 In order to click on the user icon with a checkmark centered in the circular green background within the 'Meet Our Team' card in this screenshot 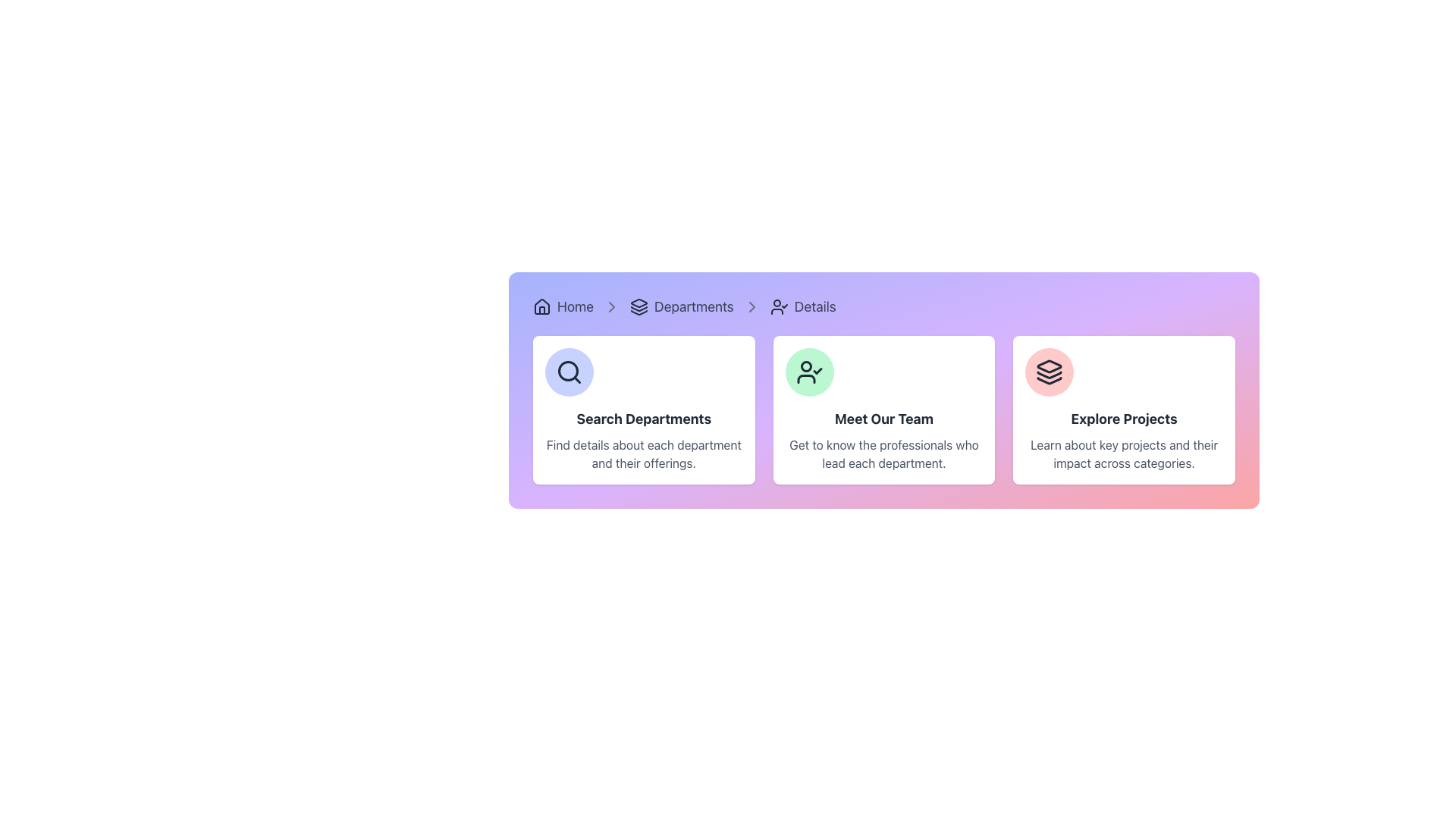, I will do `click(808, 372)`.